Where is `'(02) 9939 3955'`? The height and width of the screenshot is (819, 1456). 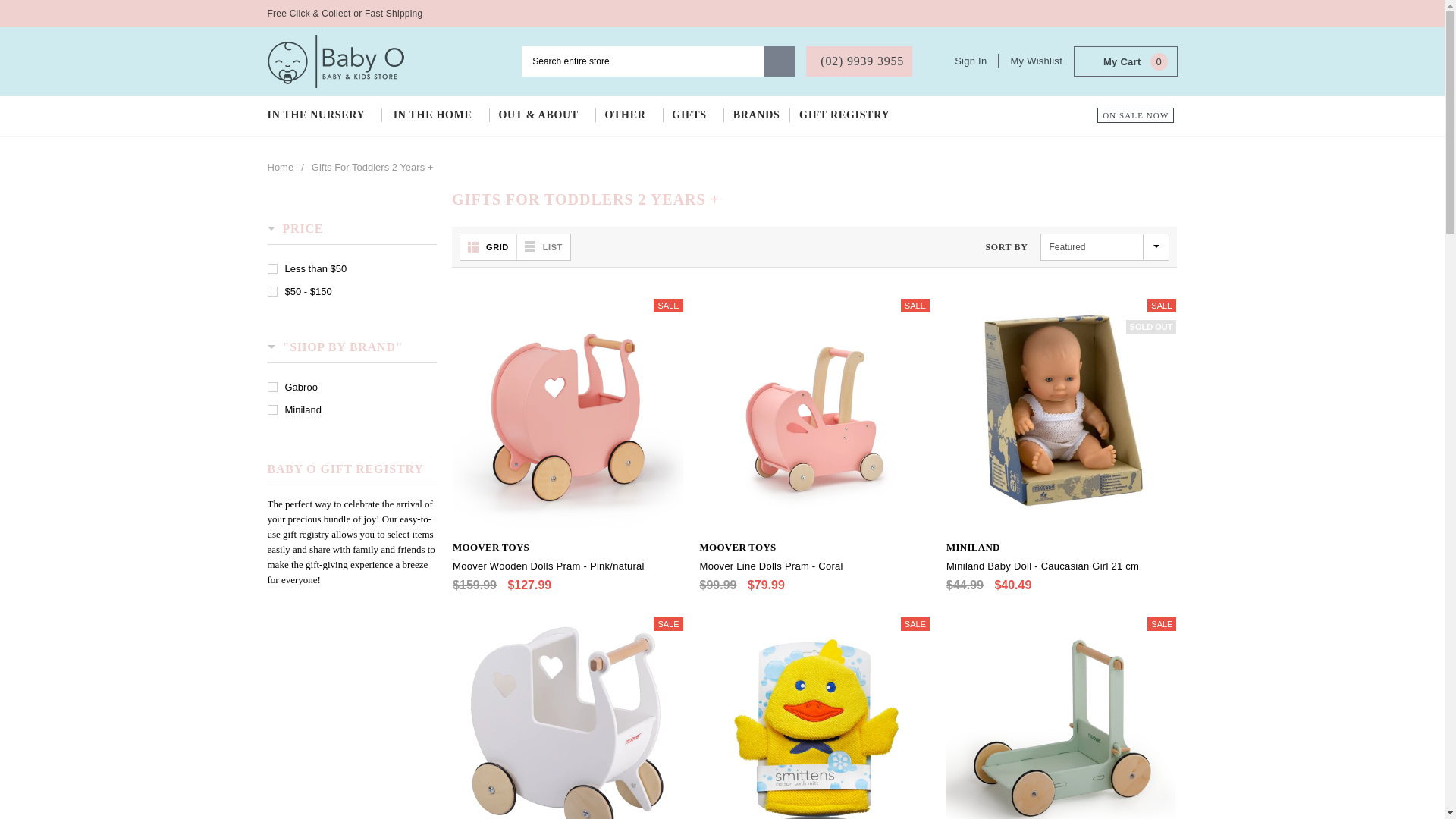 '(02) 9939 3955' is located at coordinates (858, 61).